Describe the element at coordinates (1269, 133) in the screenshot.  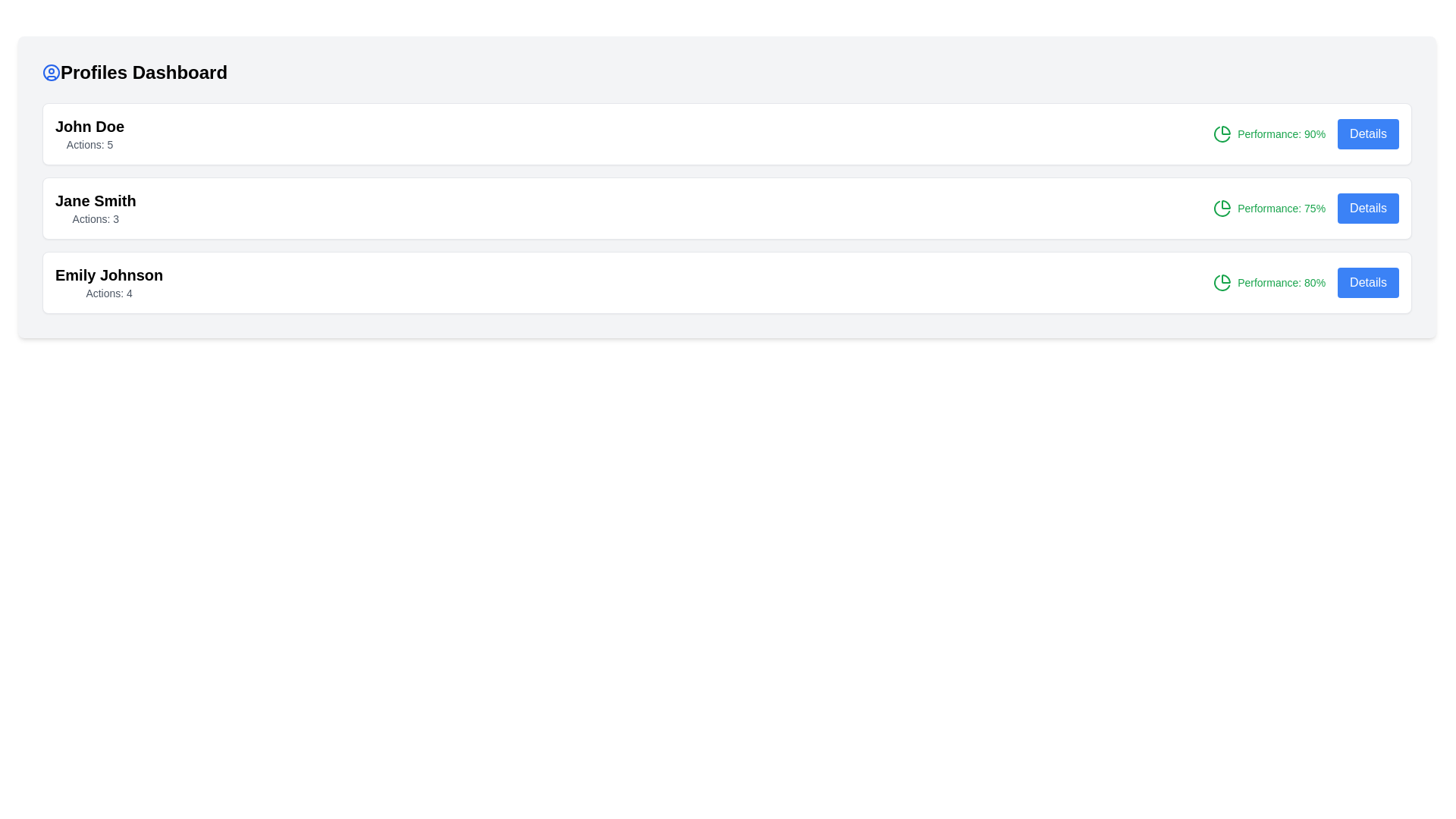
I see `performance value displayed in the informational indicator located in the first row, immediately before the 'Details' button` at that location.